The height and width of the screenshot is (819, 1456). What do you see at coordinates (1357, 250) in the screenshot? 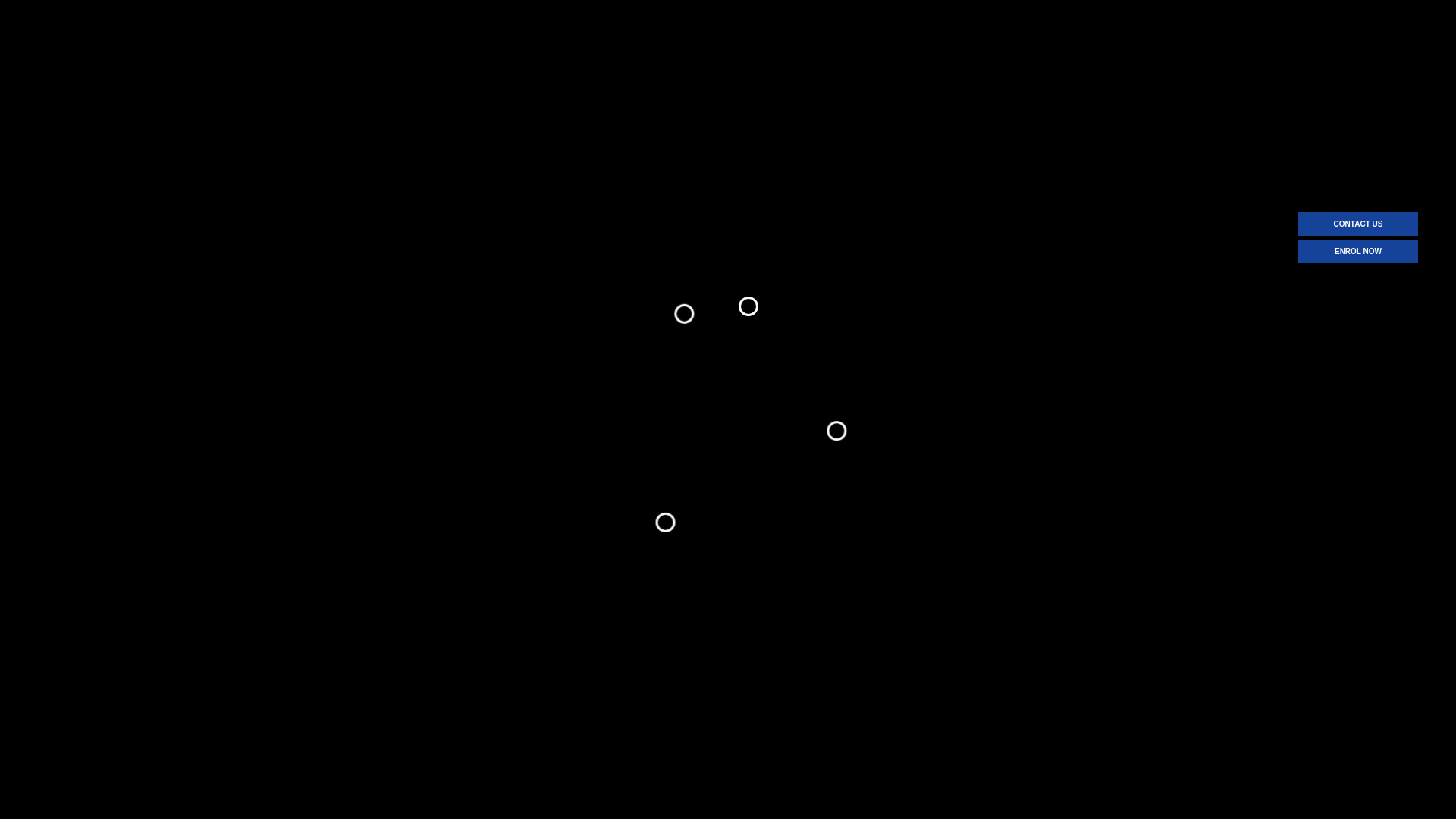
I see `'ENROL NOW'` at bounding box center [1357, 250].